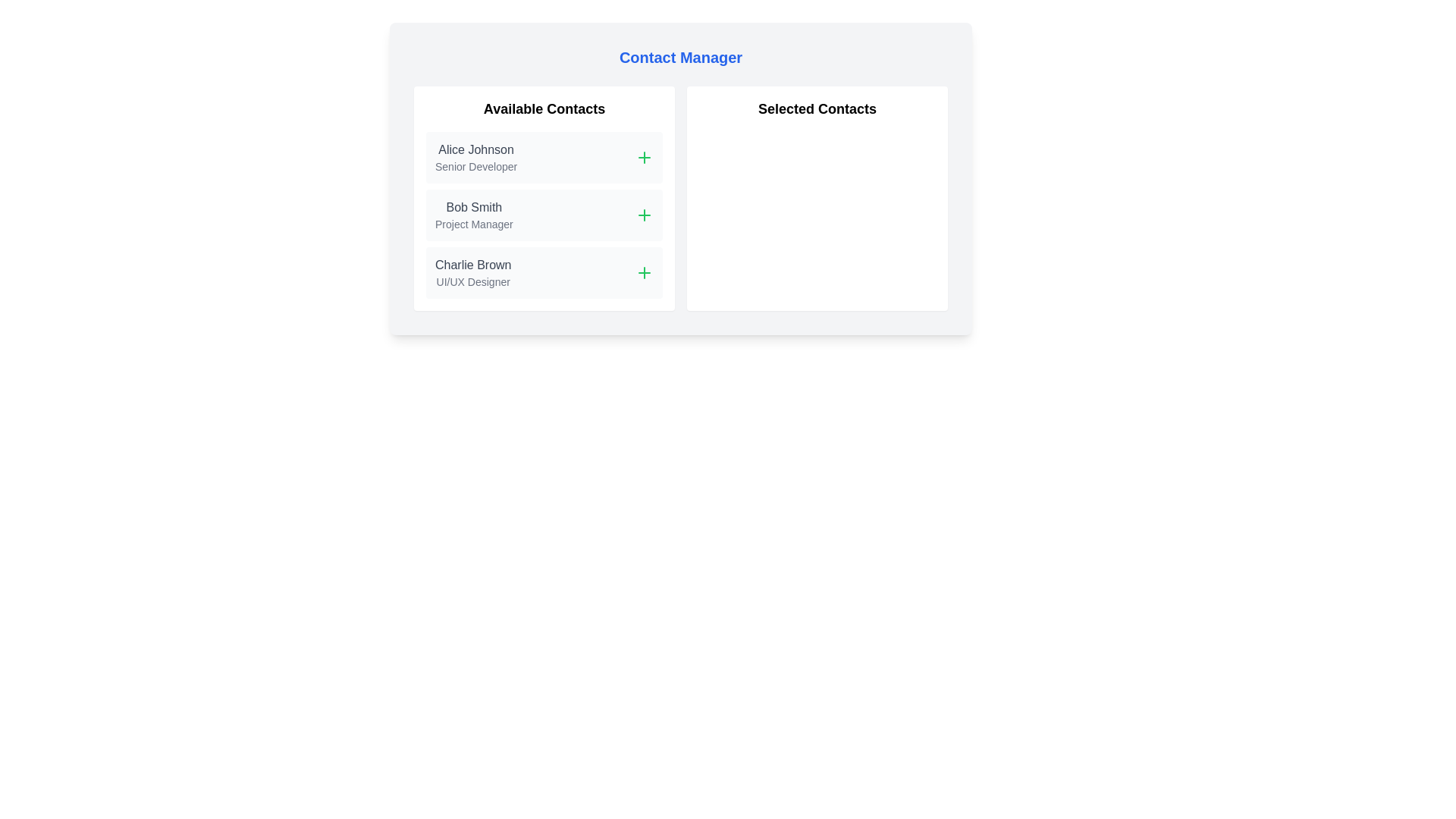 The height and width of the screenshot is (819, 1456). What do you see at coordinates (473, 215) in the screenshot?
I see `the Text Display that shows the contact information for the individual located in the second row of the 'Available Contacts' section, positioned between 'Alice Johnson Senior Developer' and 'Charlie Brown UI/UX Designer'` at bounding box center [473, 215].